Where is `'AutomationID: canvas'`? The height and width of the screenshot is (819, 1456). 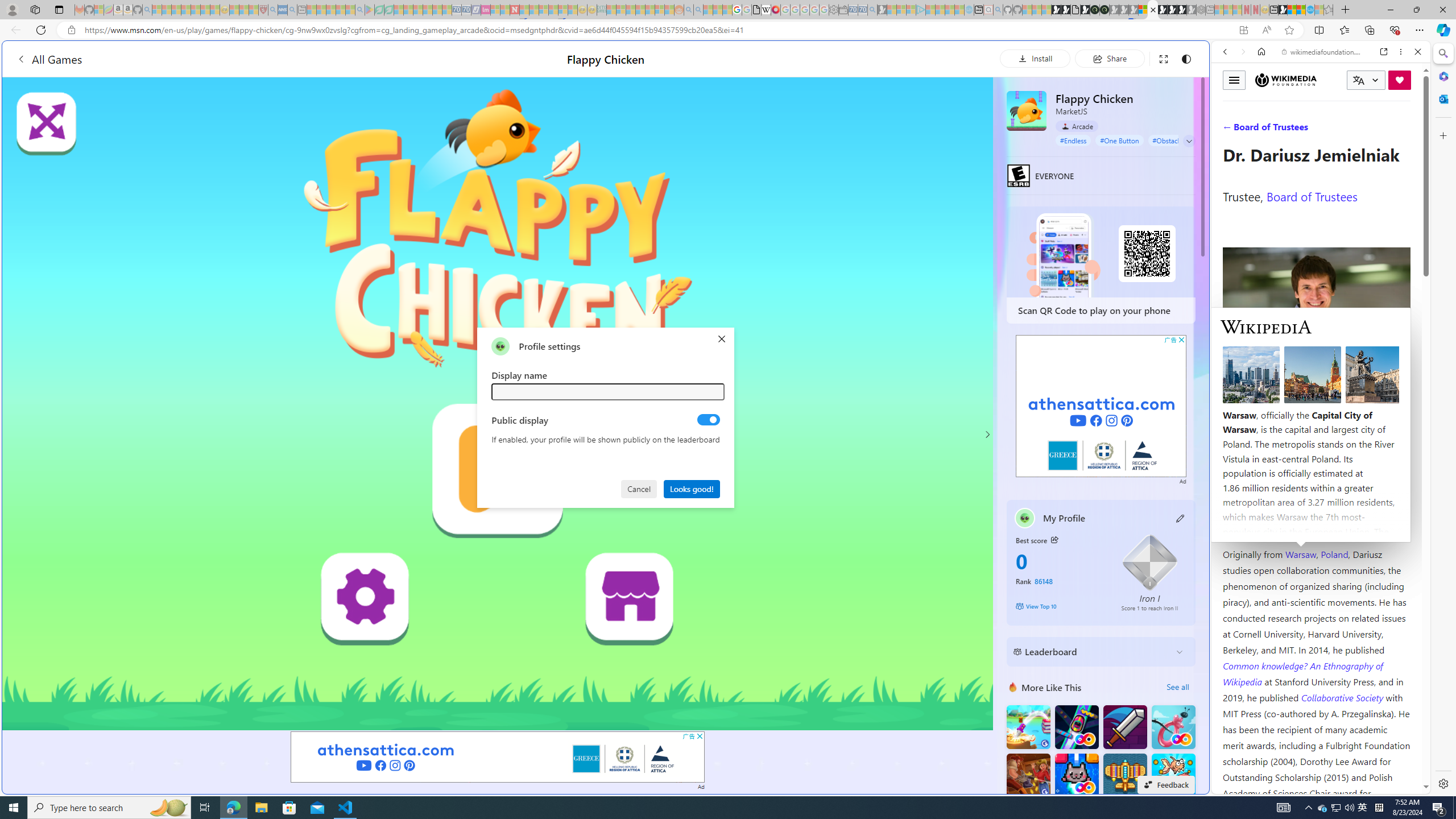 'AutomationID: canvas' is located at coordinates (498, 403).